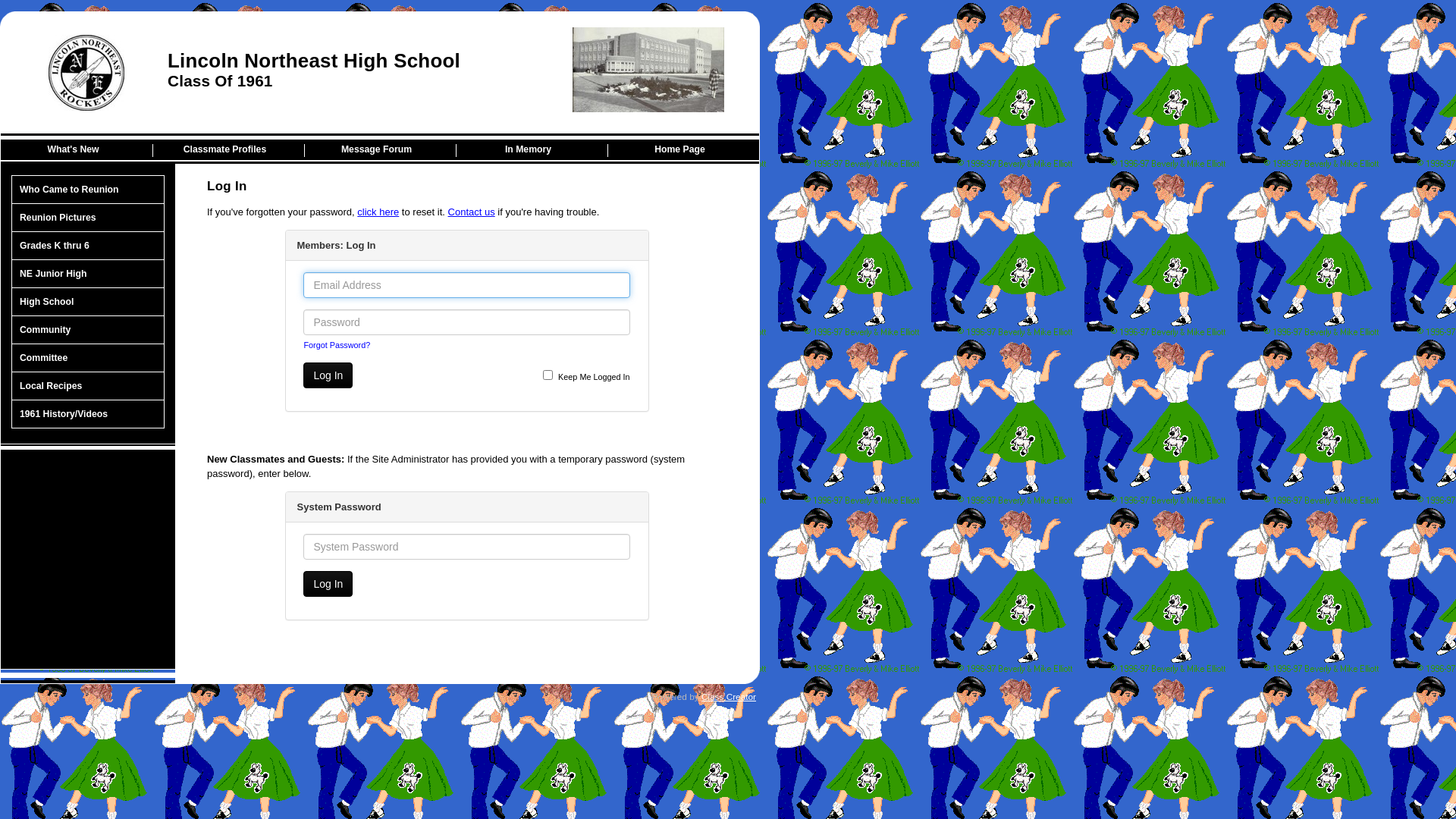  Describe the element at coordinates (303, 345) in the screenshot. I see `'Forgot Password?'` at that location.